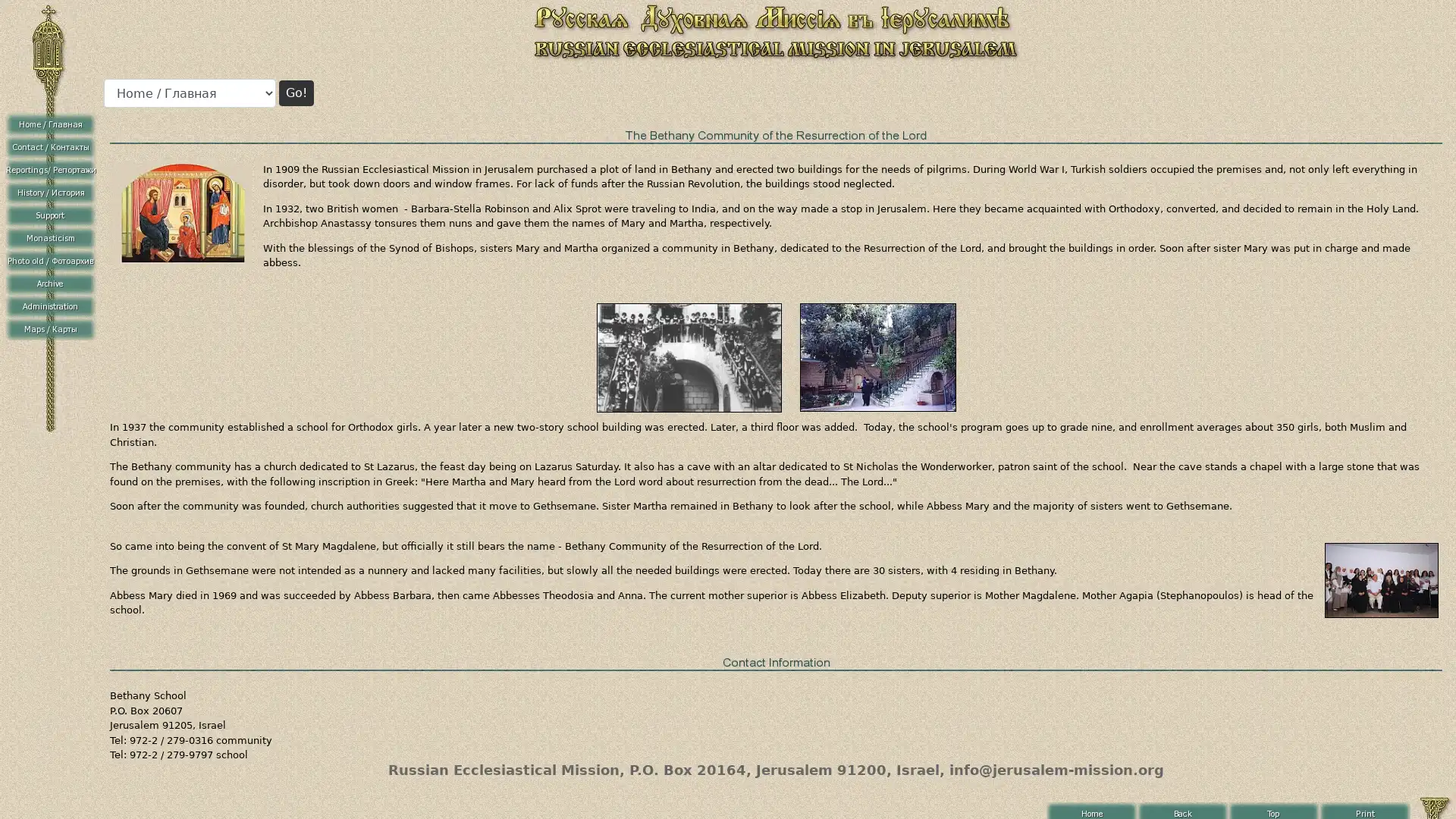  What do you see at coordinates (296, 93) in the screenshot?
I see `Go!` at bounding box center [296, 93].